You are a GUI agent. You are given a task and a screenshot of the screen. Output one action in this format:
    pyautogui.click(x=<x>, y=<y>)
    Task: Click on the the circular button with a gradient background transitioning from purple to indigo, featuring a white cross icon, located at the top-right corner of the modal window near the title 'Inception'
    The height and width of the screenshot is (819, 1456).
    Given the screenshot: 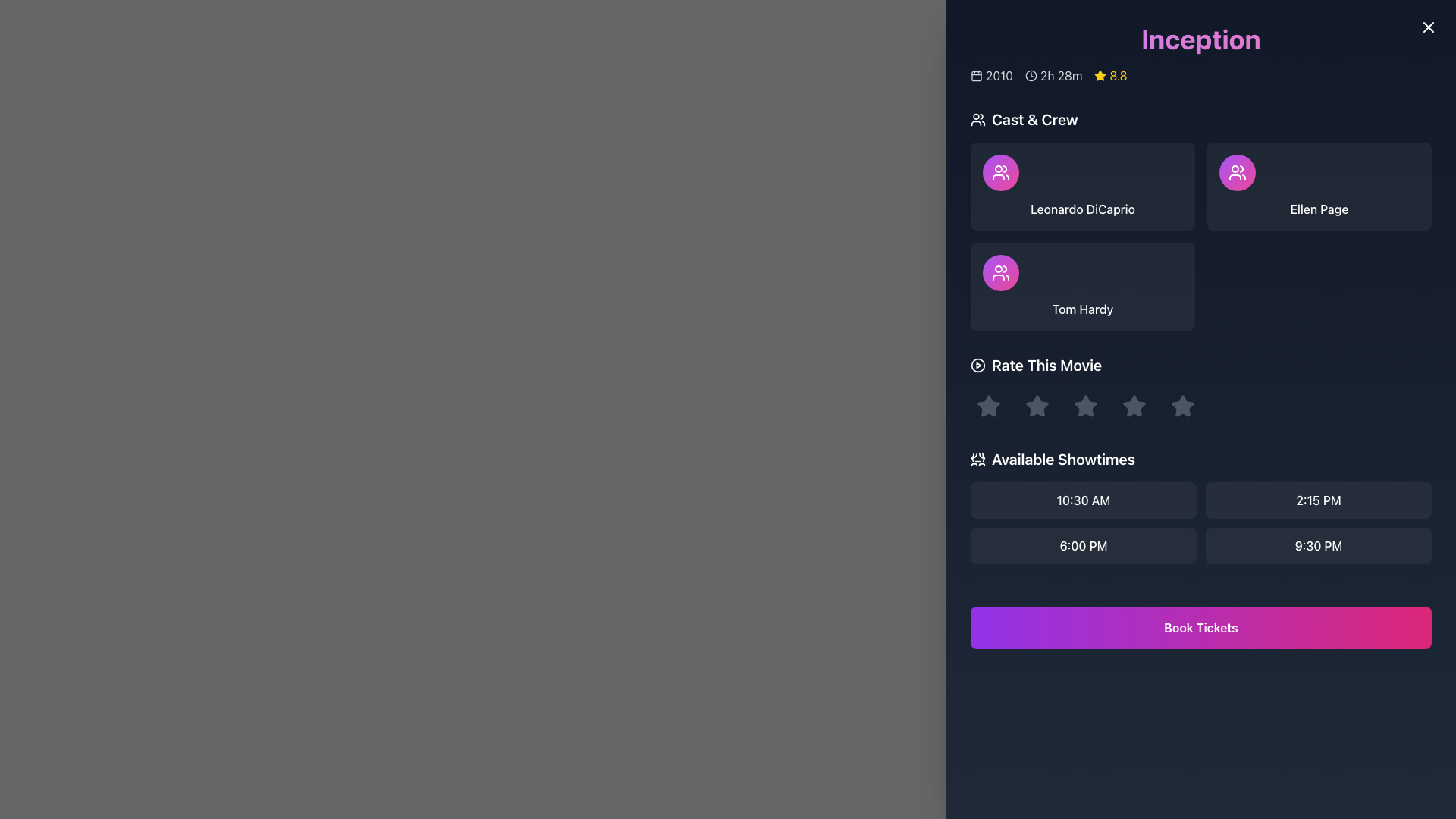 What is the action you would take?
    pyautogui.click(x=1425, y=30)
    